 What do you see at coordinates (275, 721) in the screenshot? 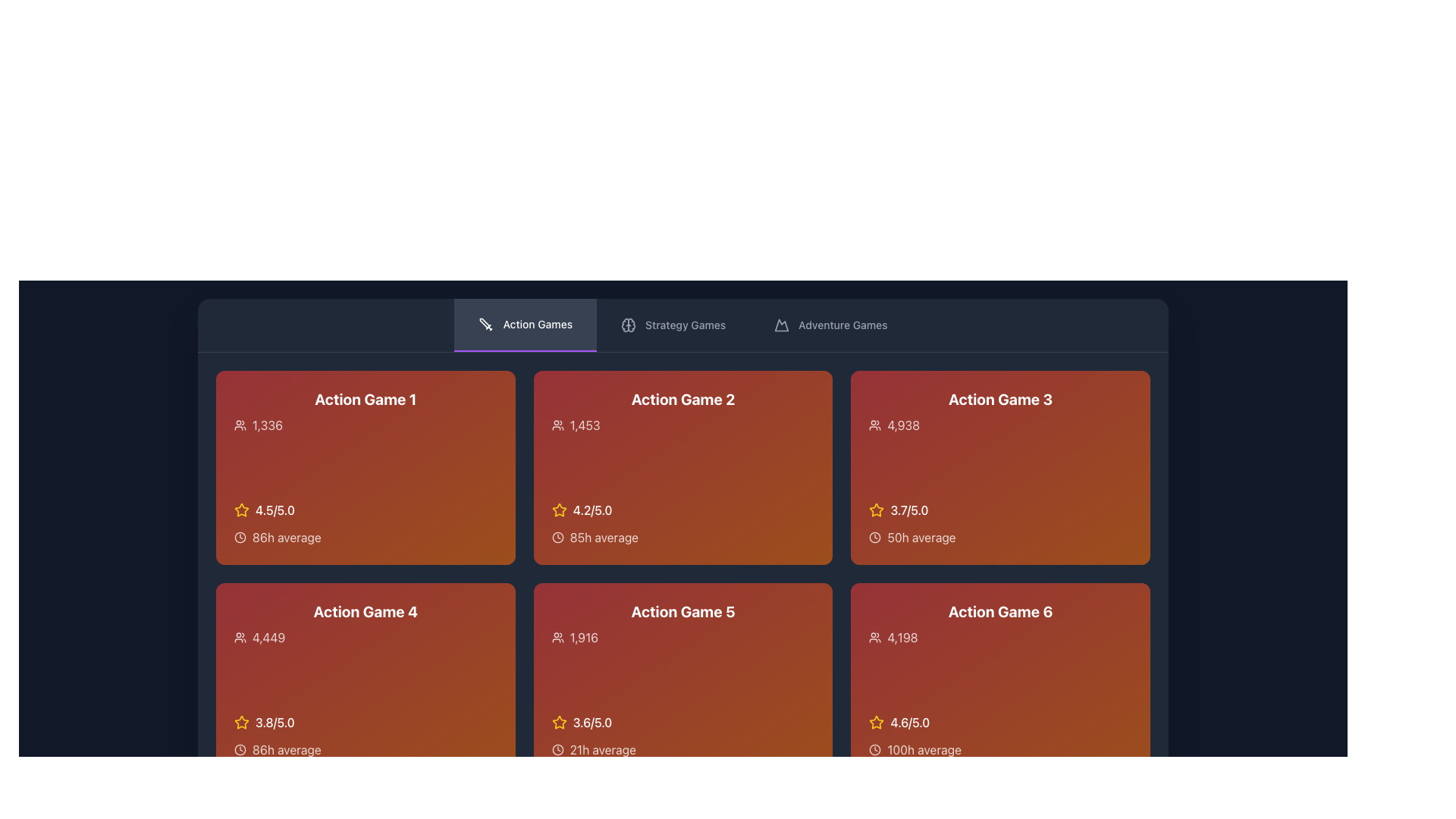
I see `the rating score label displaying '3.8/5.0' in white color against a red background, located under the 'Action Game 4' card` at bounding box center [275, 721].